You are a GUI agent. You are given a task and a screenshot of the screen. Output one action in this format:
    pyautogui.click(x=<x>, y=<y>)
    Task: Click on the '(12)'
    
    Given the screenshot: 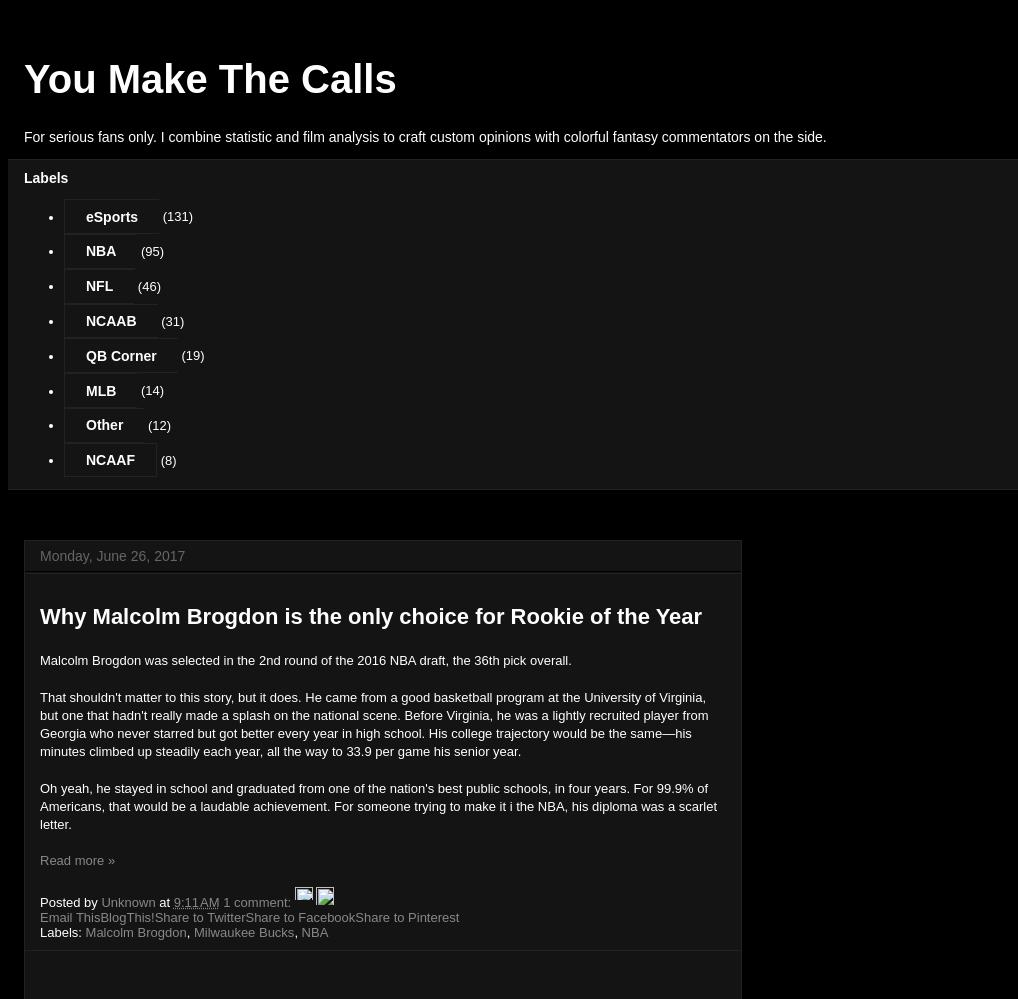 What is the action you would take?
    pyautogui.click(x=159, y=424)
    